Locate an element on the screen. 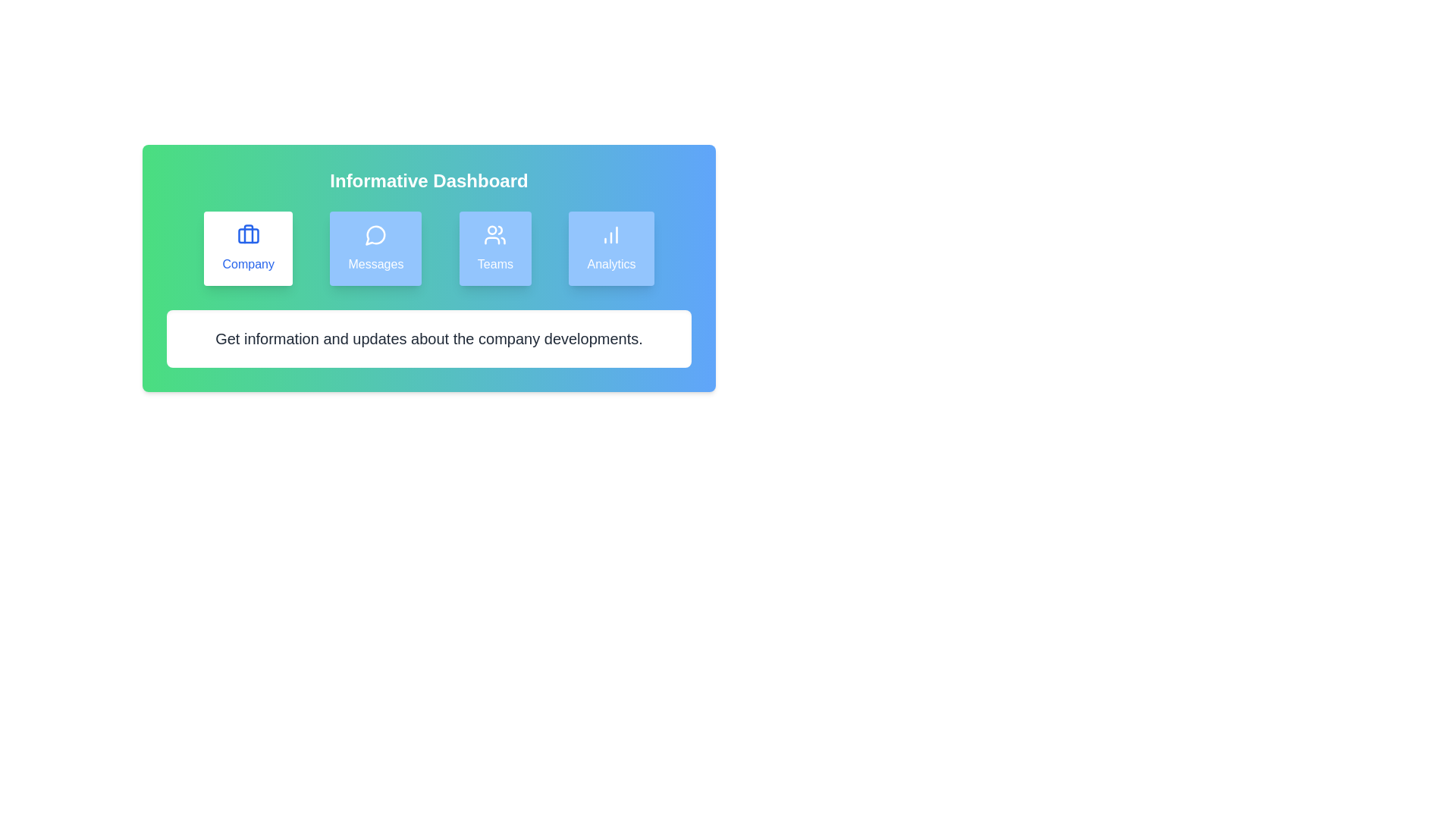 This screenshot has width=1456, height=819. the 'Messages' button, which is a rectangular button with rounded corners, a blue background, and a white speech bubble icon is located at coordinates (375, 247).